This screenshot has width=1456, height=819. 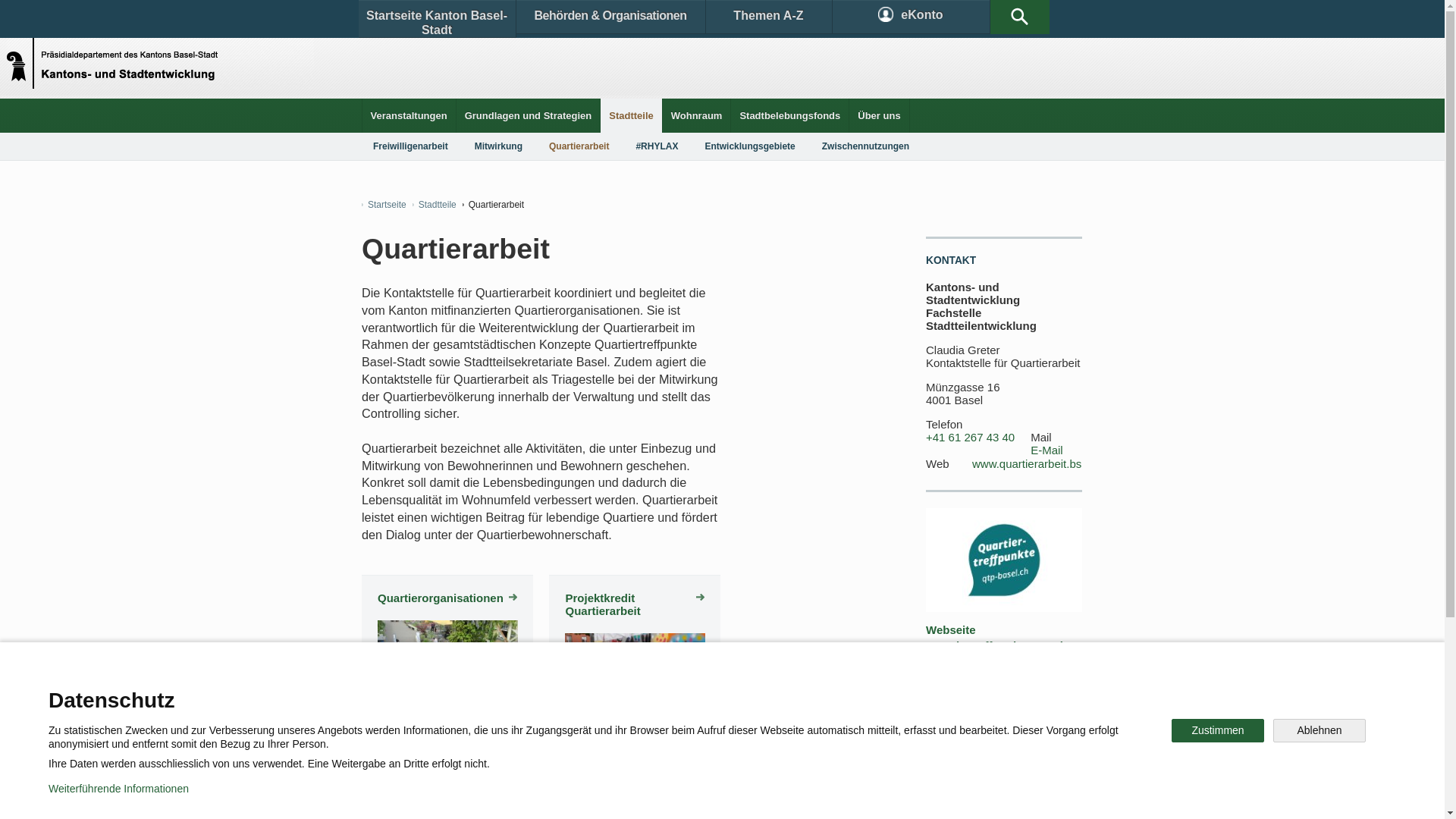 I want to click on 'Quartierorganisationen', so click(x=447, y=597).